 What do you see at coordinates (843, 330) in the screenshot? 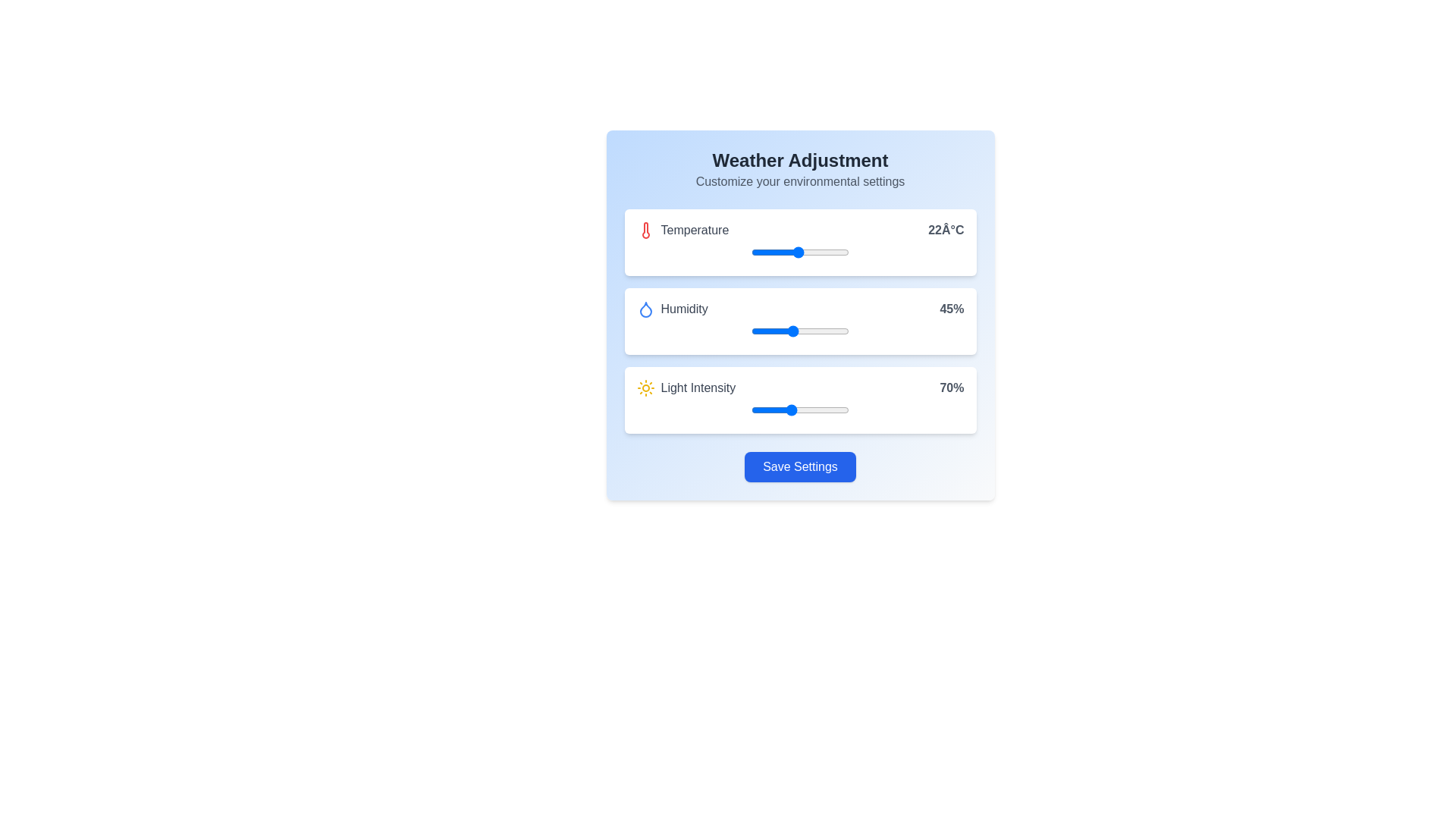
I see `the humidity` at bounding box center [843, 330].